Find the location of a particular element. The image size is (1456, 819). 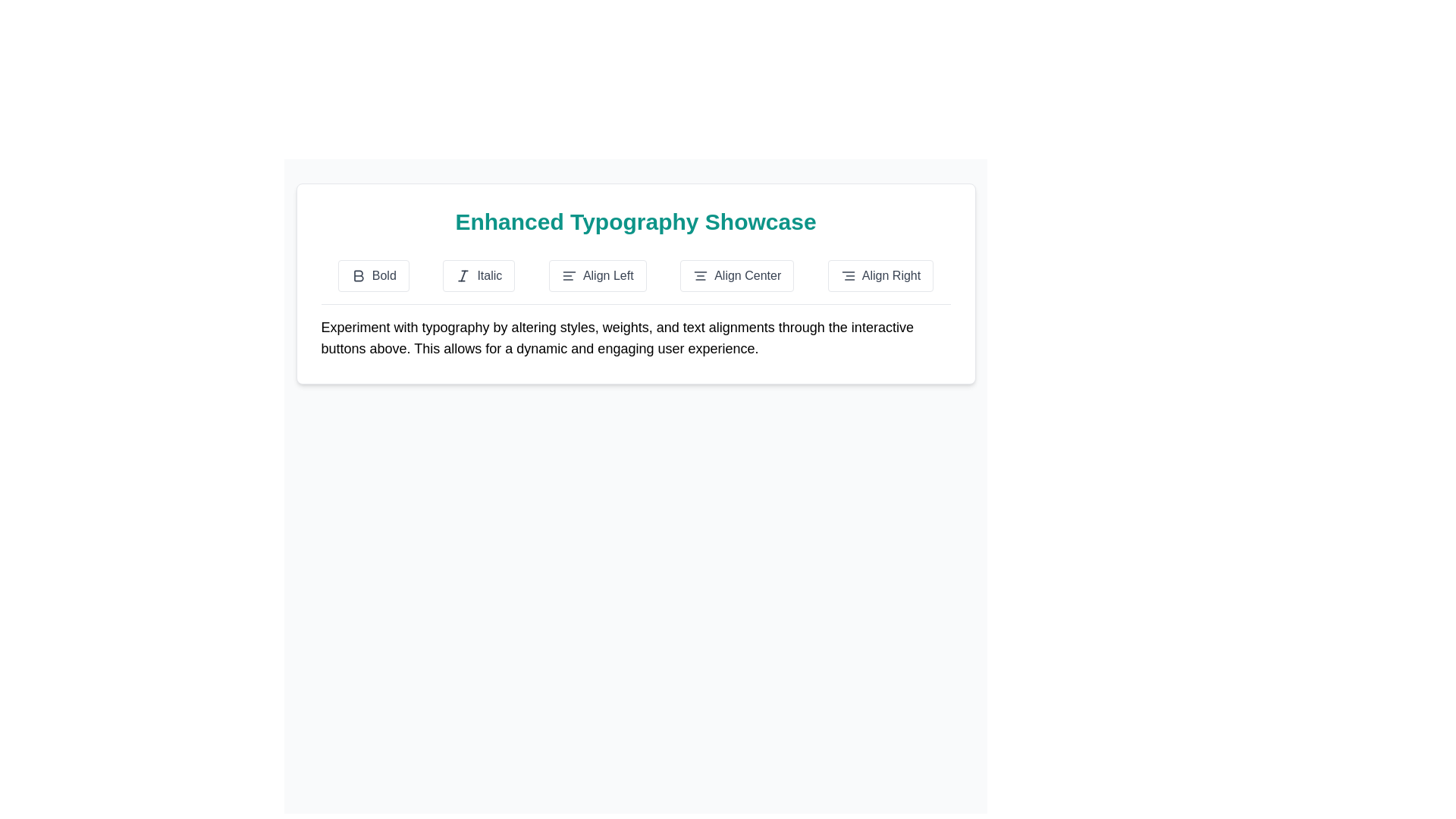

the 'Bold' SVG Icon which is the first button in the horizontal arrangement of text style options is located at coordinates (357, 275).